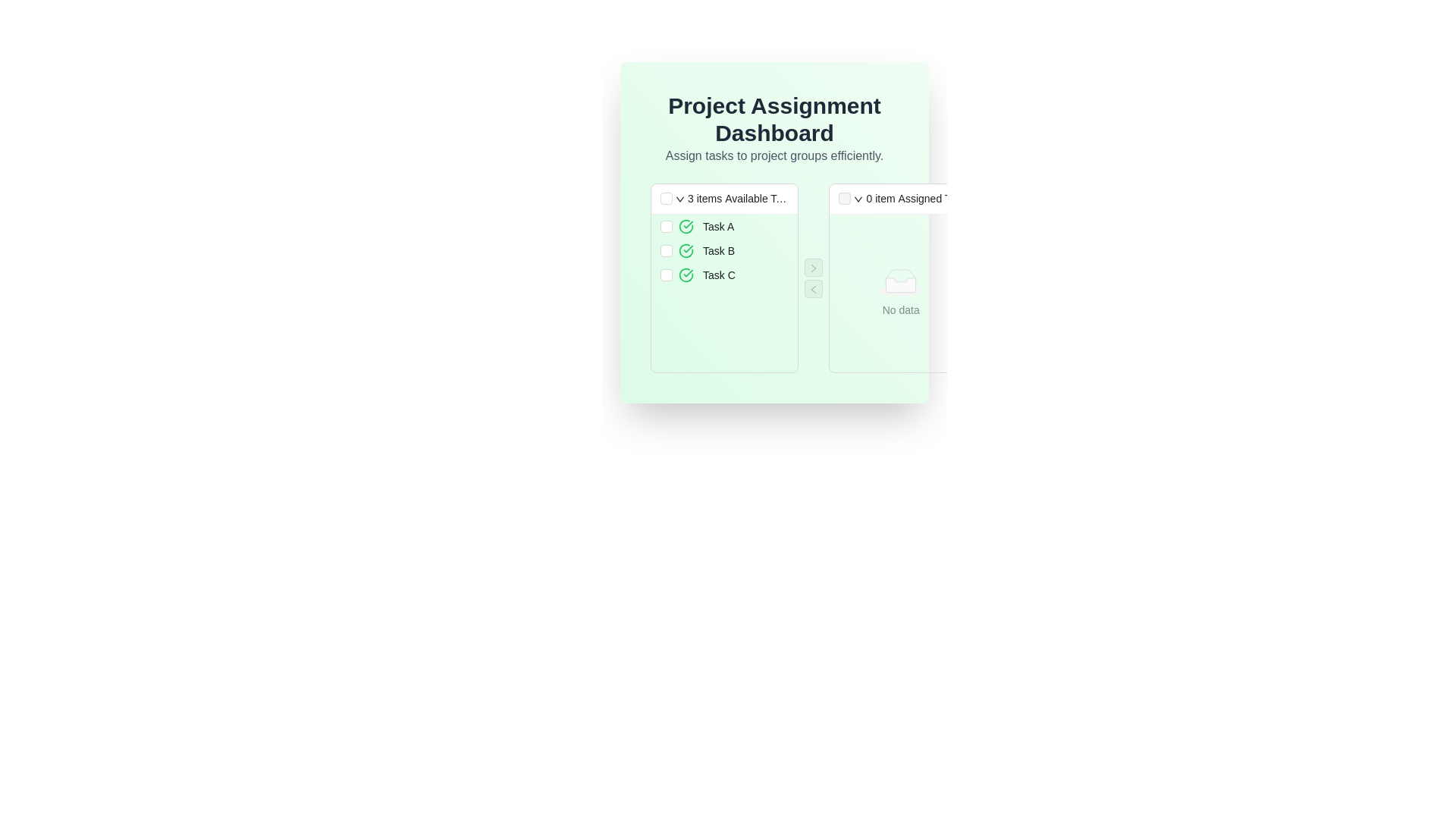 This screenshot has width=1456, height=819. Describe the element at coordinates (686, 227) in the screenshot. I see `the green circular icon with a check mark located to the left of the text 'Task A'` at that location.